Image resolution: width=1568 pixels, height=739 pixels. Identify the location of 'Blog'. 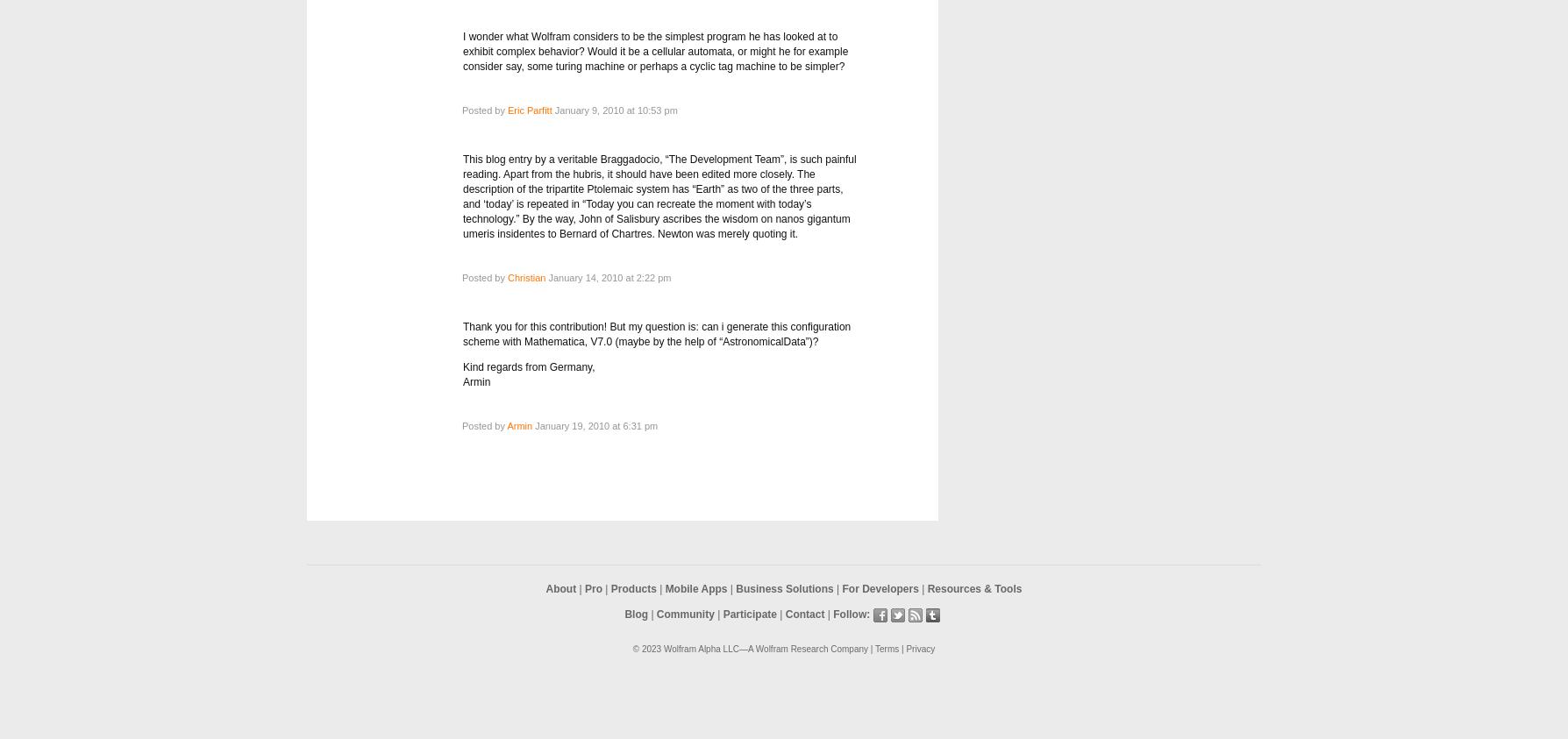
(635, 614).